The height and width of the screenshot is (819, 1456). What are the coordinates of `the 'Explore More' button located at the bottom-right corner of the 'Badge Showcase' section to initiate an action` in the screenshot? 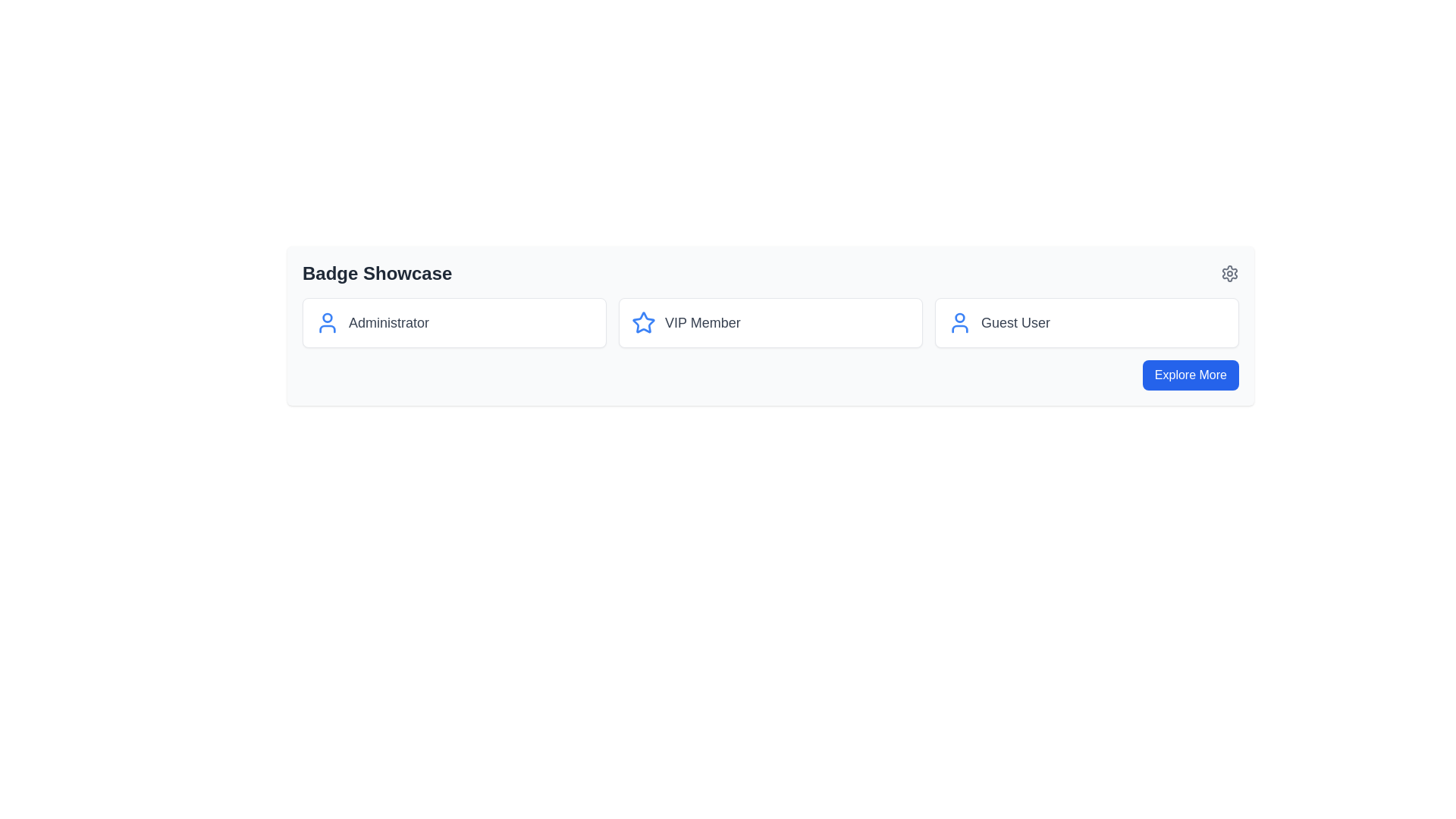 It's located at (1190, 375).